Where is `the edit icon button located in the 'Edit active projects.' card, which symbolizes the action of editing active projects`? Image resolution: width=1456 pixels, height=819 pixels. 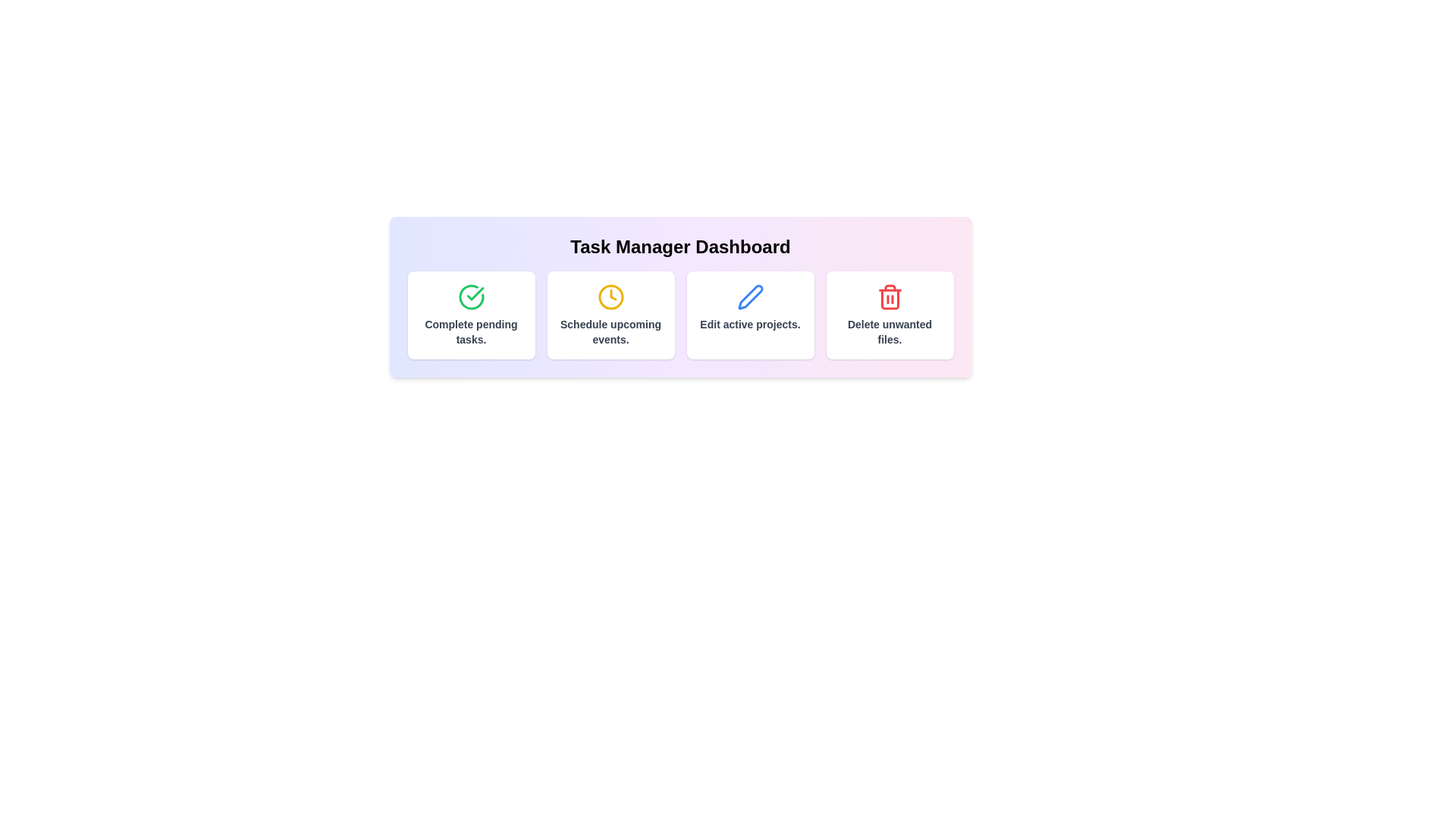 the edit icon button located in the 'Edit active projects.' card, which symbolizes the action of editing active projects is located at coordinates (750, 297).